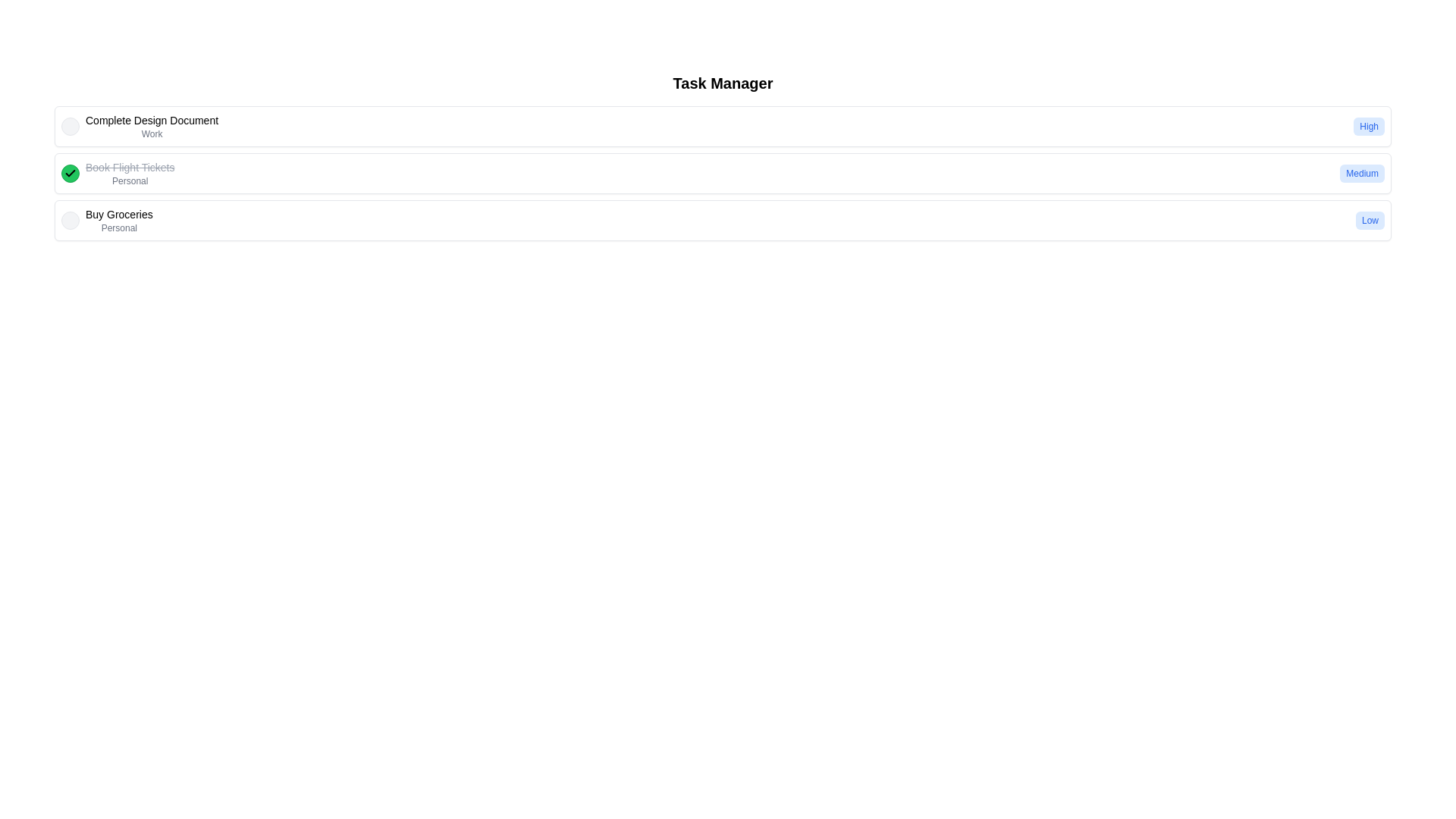  I want to click on the label with bold blue text reading 'Low', located at the far right end of the row for the 'Buy Groceries' task, so click(1370, 220).